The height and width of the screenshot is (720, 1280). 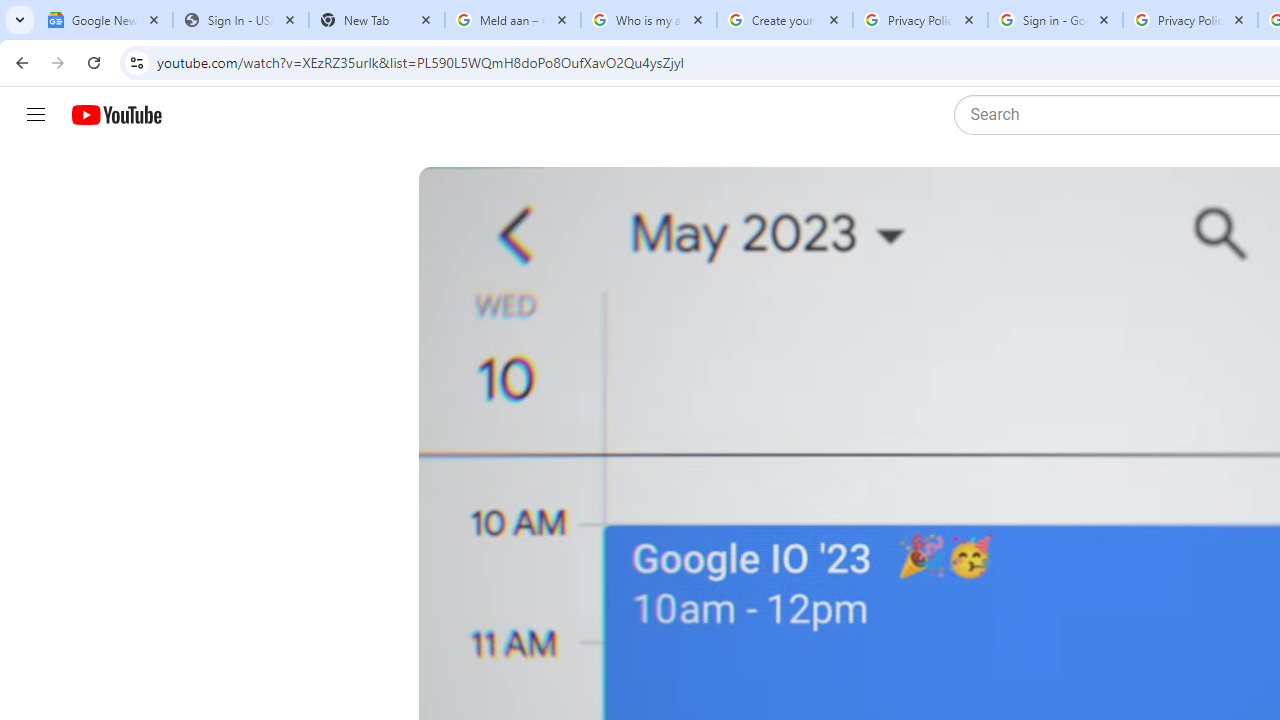 What do you see at coordinates (783, 20) in the screenshot?
I see `'Create your Google Account'` at bounding box center [783, 20].